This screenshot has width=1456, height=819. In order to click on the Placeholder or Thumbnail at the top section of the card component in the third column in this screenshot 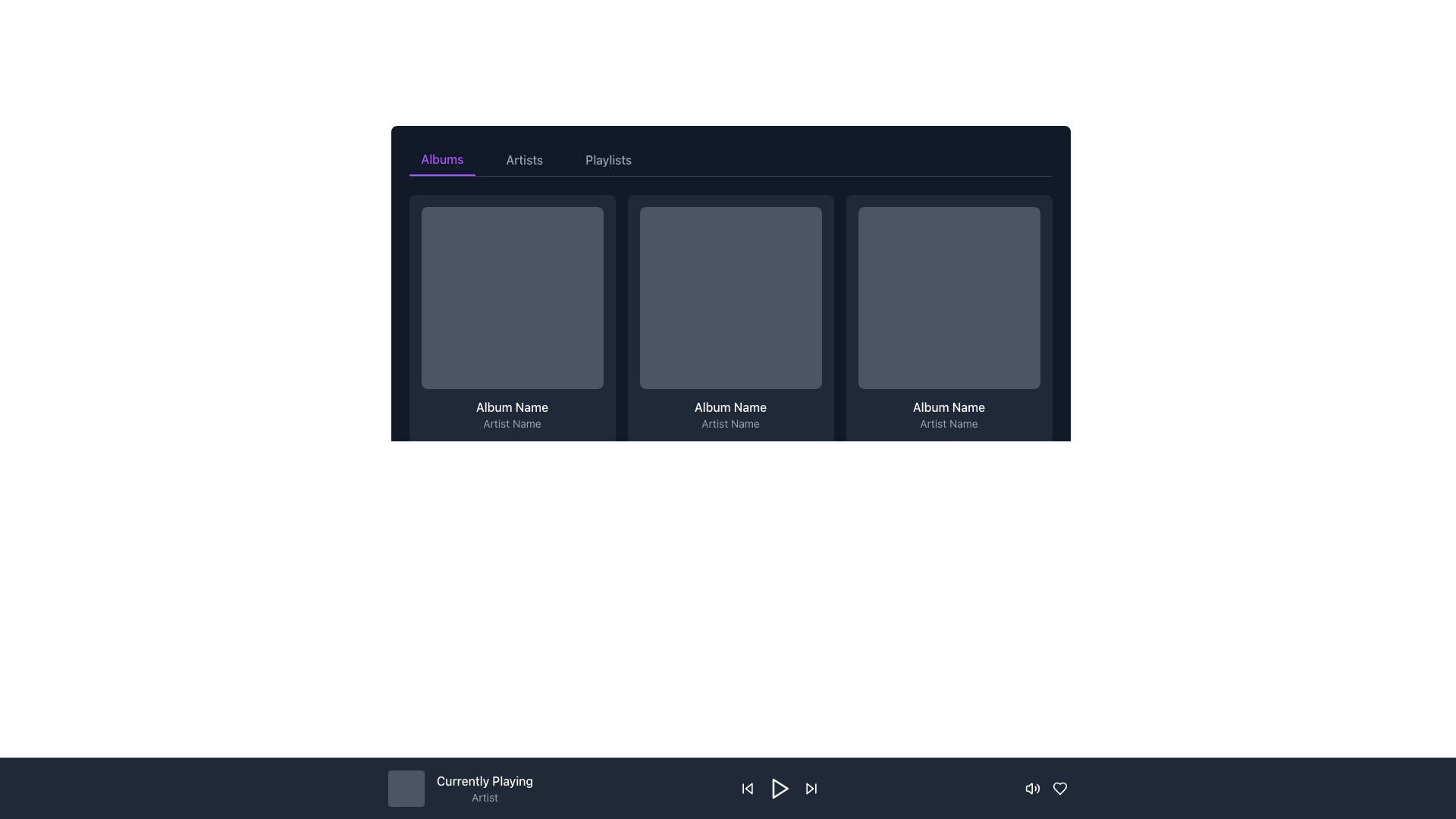, I will do `click(948, 298)`.